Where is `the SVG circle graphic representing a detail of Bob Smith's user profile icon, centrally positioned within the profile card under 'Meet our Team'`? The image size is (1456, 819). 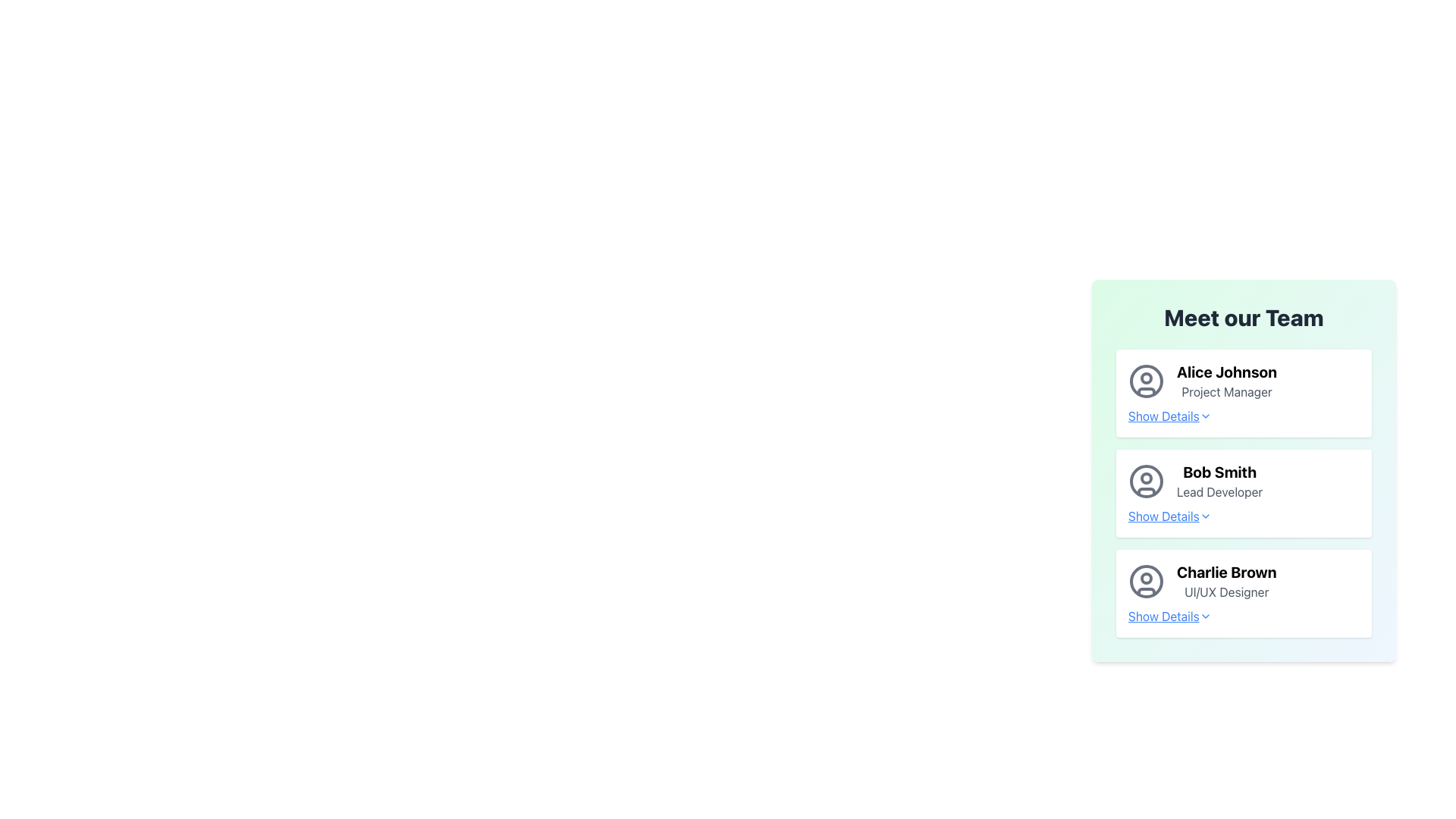
the SVG circle graphic representing a detail of Bob Smith's user profile icon, centrally positioned within the profile card under 'Meet our Team' is located at coordinates (1147, 479).